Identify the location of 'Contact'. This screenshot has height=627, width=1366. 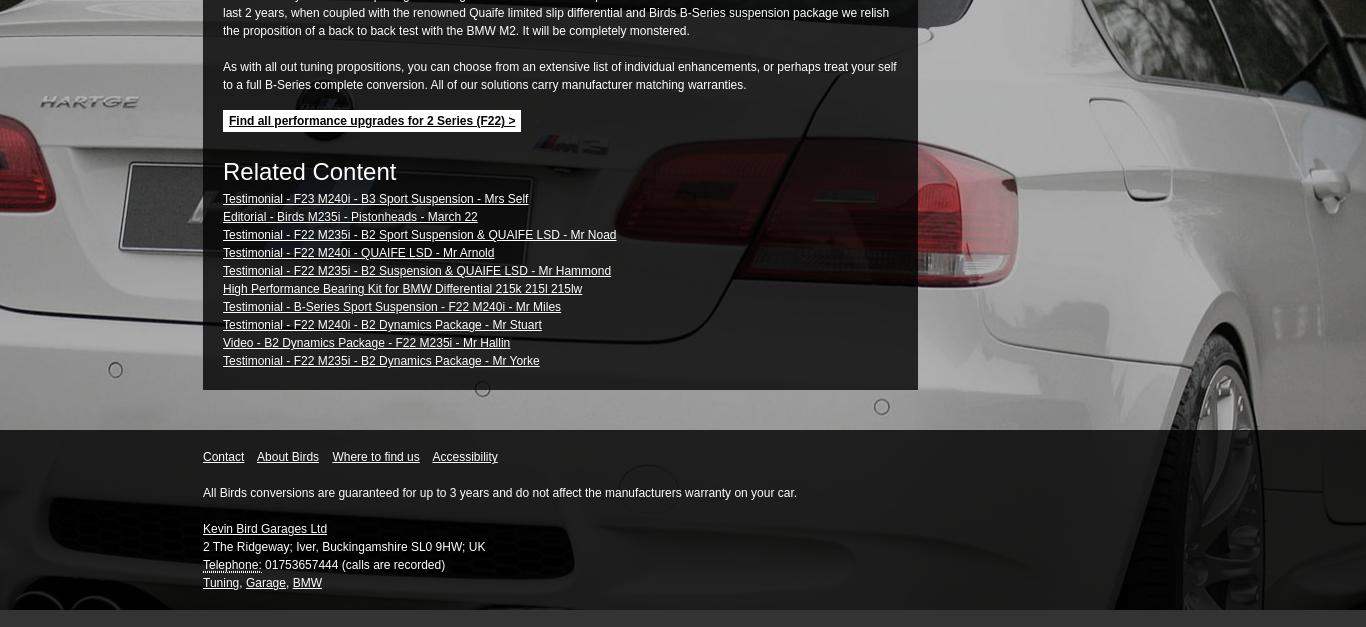
(222, 456).